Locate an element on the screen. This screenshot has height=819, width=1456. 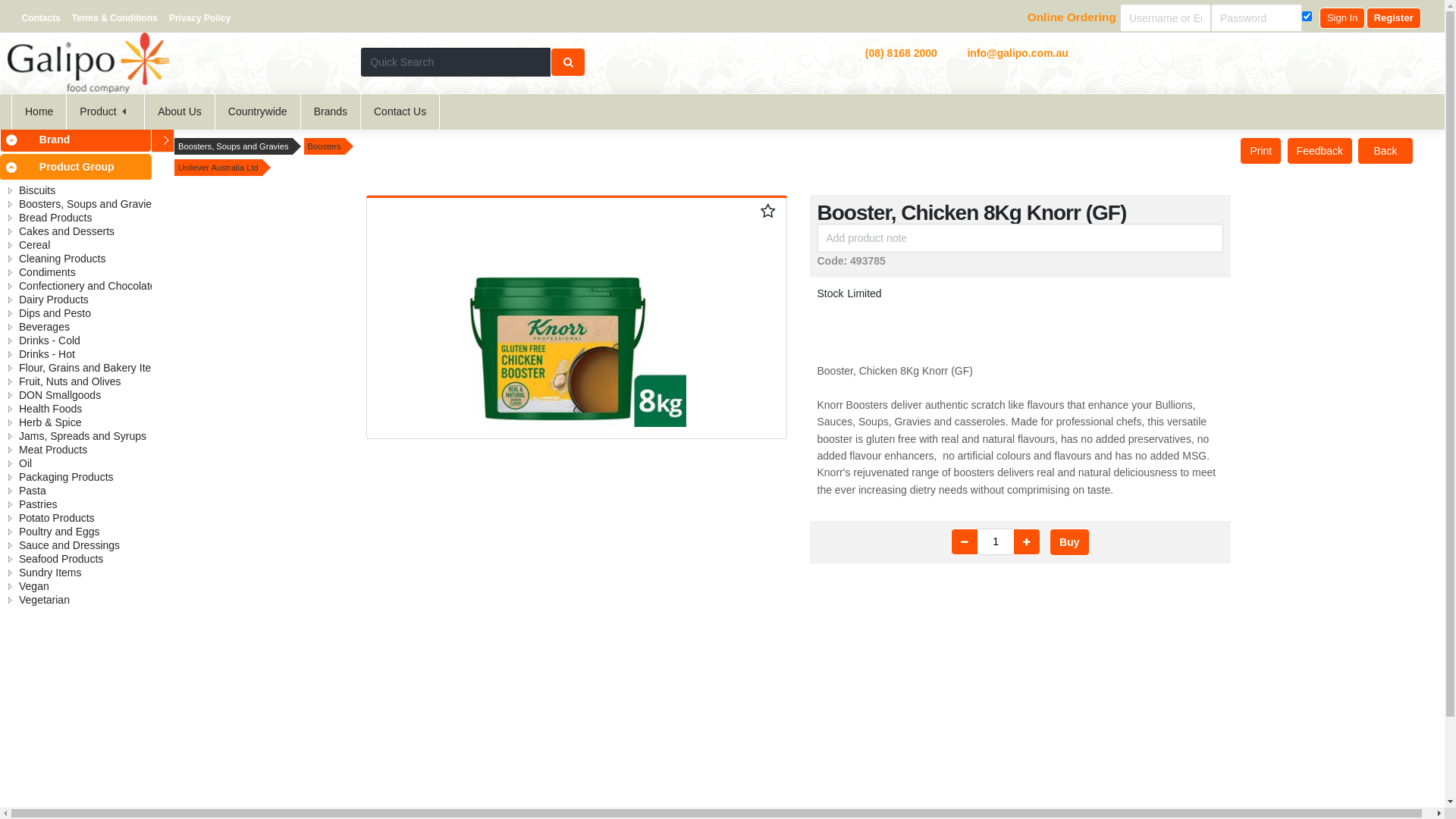
'Brands' is located at coordinates (330, 110).